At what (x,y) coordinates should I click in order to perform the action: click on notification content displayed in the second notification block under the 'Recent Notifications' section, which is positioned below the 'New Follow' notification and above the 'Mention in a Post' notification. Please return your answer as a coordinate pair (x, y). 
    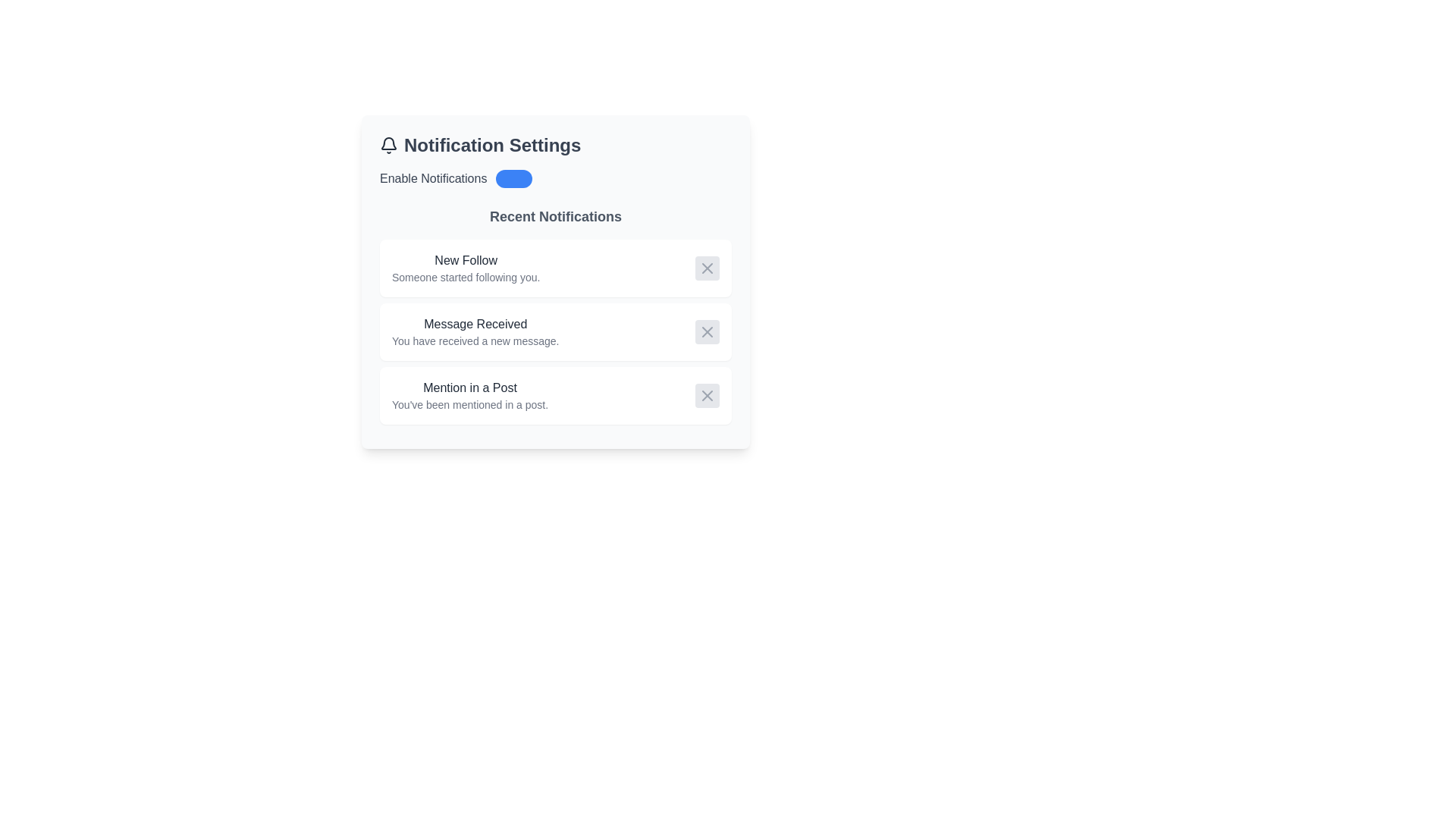
    Looking at the image, I should click on (475, 331).